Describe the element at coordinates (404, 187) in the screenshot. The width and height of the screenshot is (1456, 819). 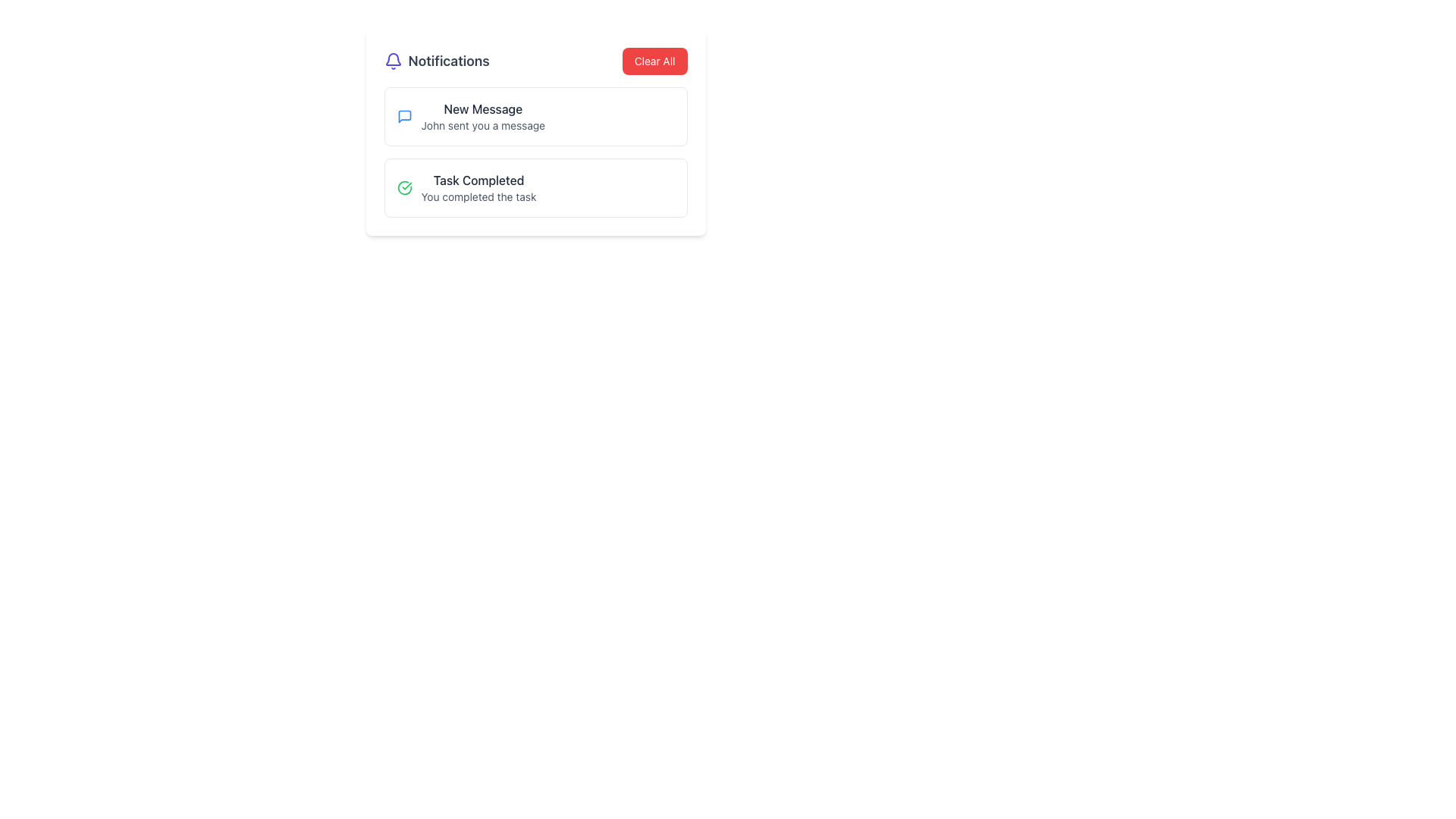
I see `the circular green outlined icon with a checkmark inside, located in the second notification card to the left of the text 'Task Completed'` at that location.